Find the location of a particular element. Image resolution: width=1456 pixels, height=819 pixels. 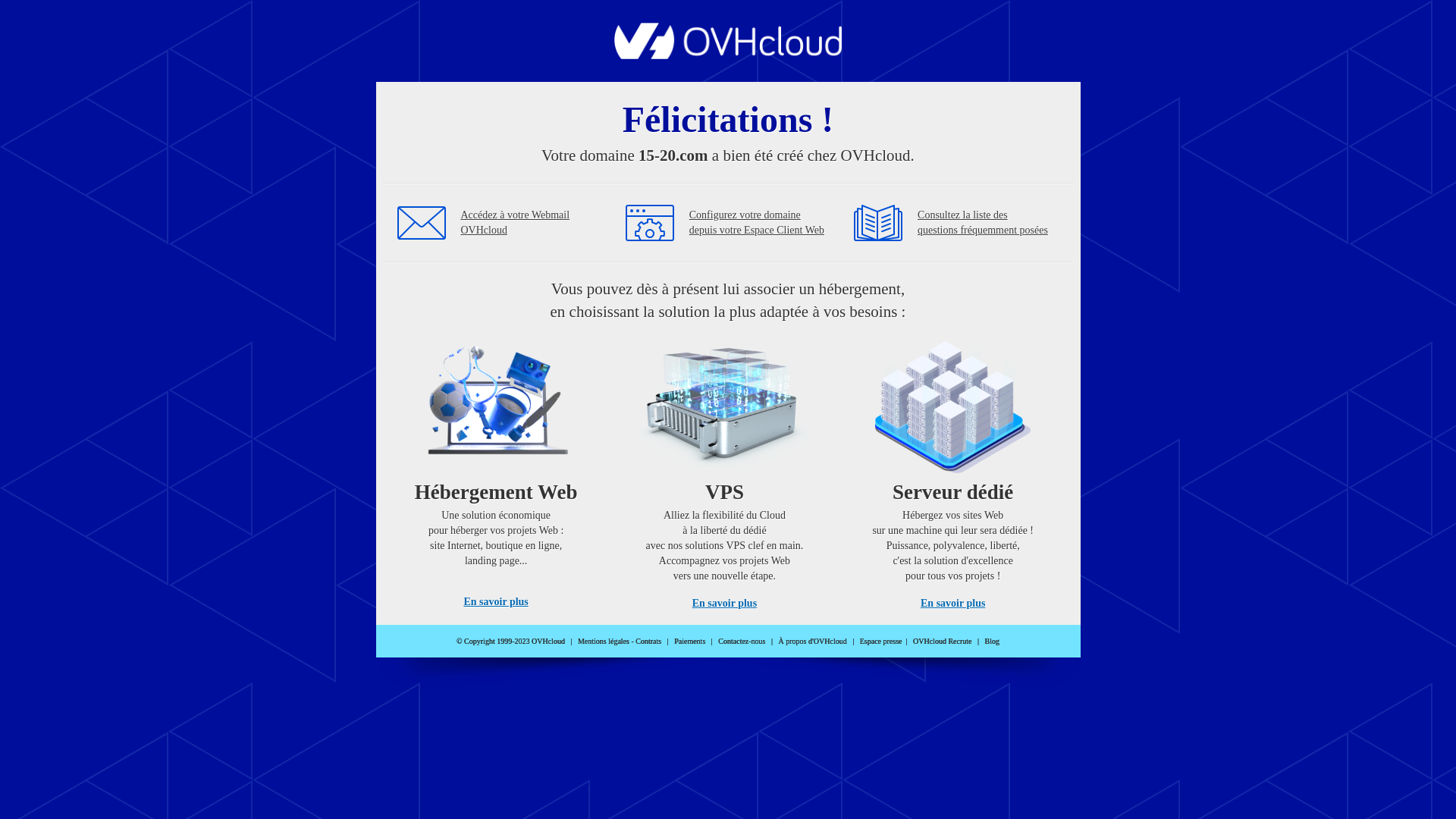

'Blog' is located at coordinates (992, 641).